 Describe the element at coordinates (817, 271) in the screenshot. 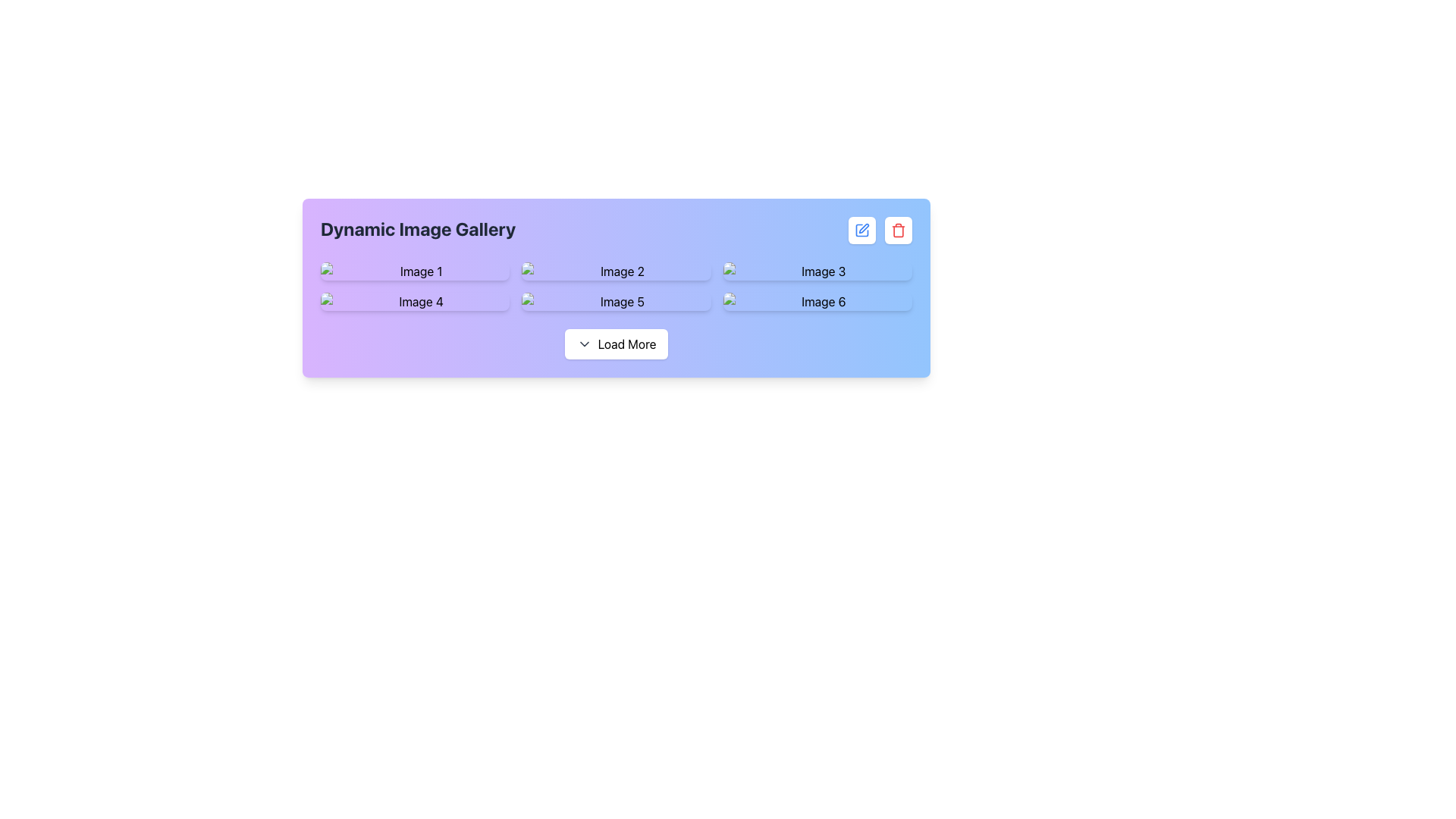

I see `the placeholder for 'Image 3'` at that location.